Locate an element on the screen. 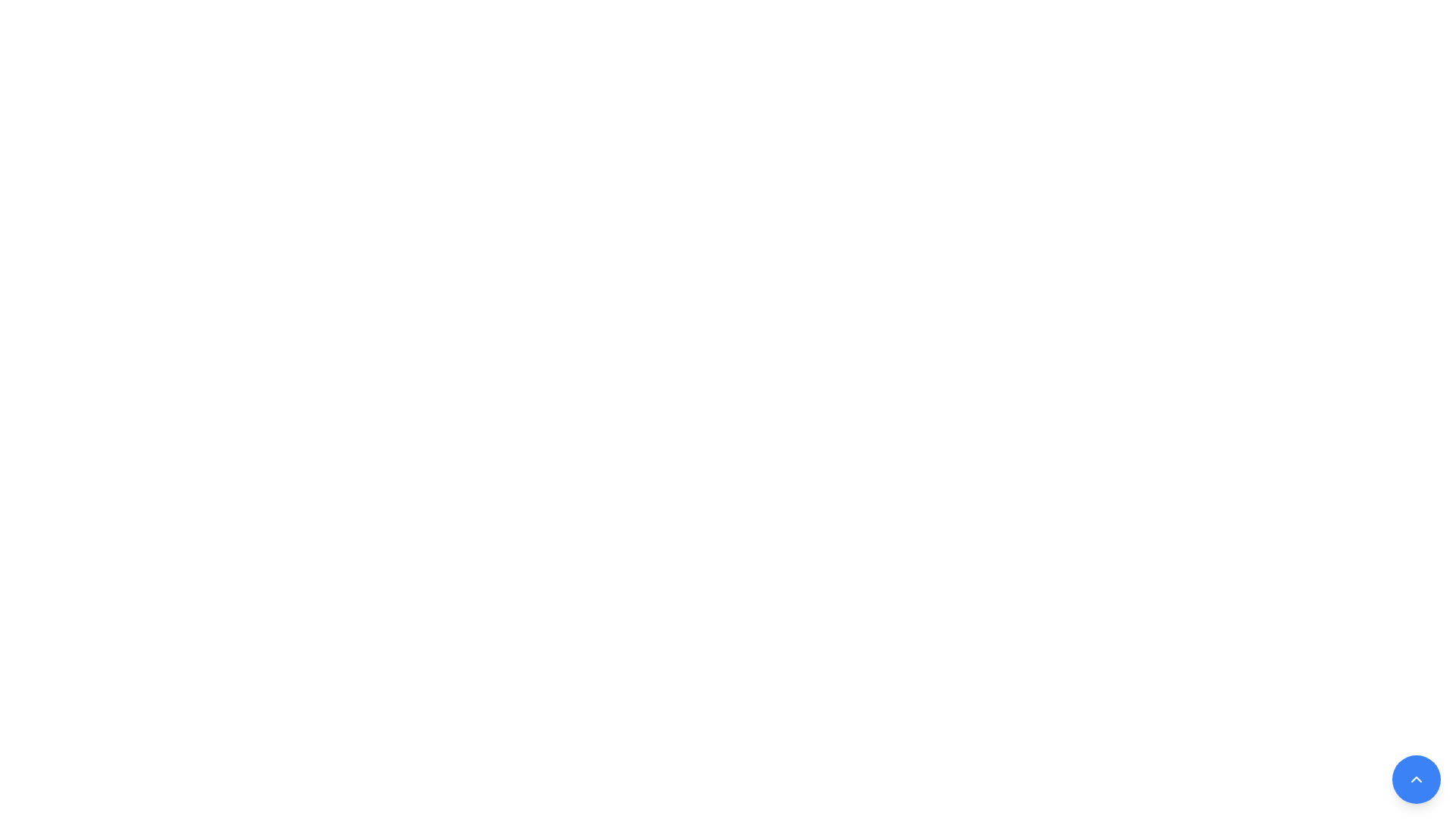 Image resolution: width=1456 pixels, height=819 pixels. the circular blue button with a white upward chevron icon is located at coordinates (1415, 780).